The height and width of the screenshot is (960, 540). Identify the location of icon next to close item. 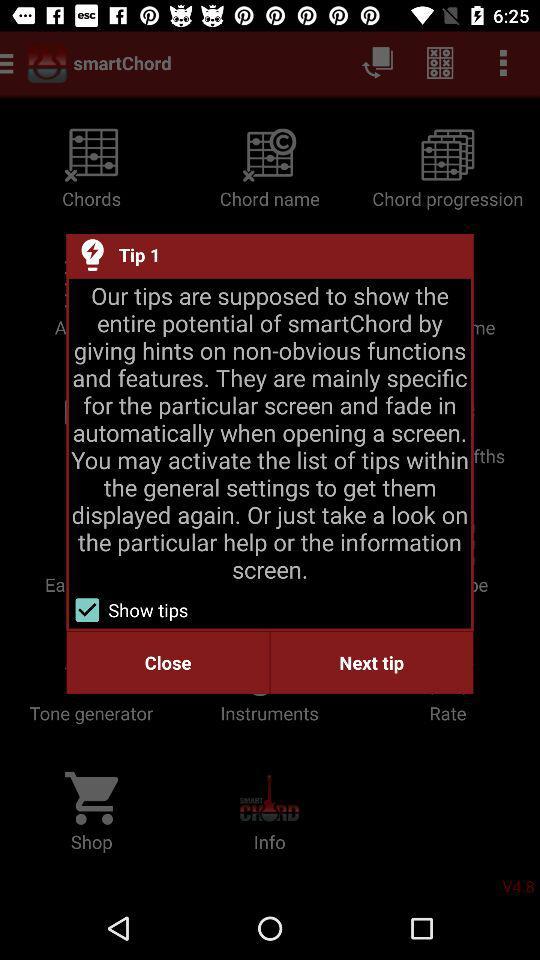
(370, 662).